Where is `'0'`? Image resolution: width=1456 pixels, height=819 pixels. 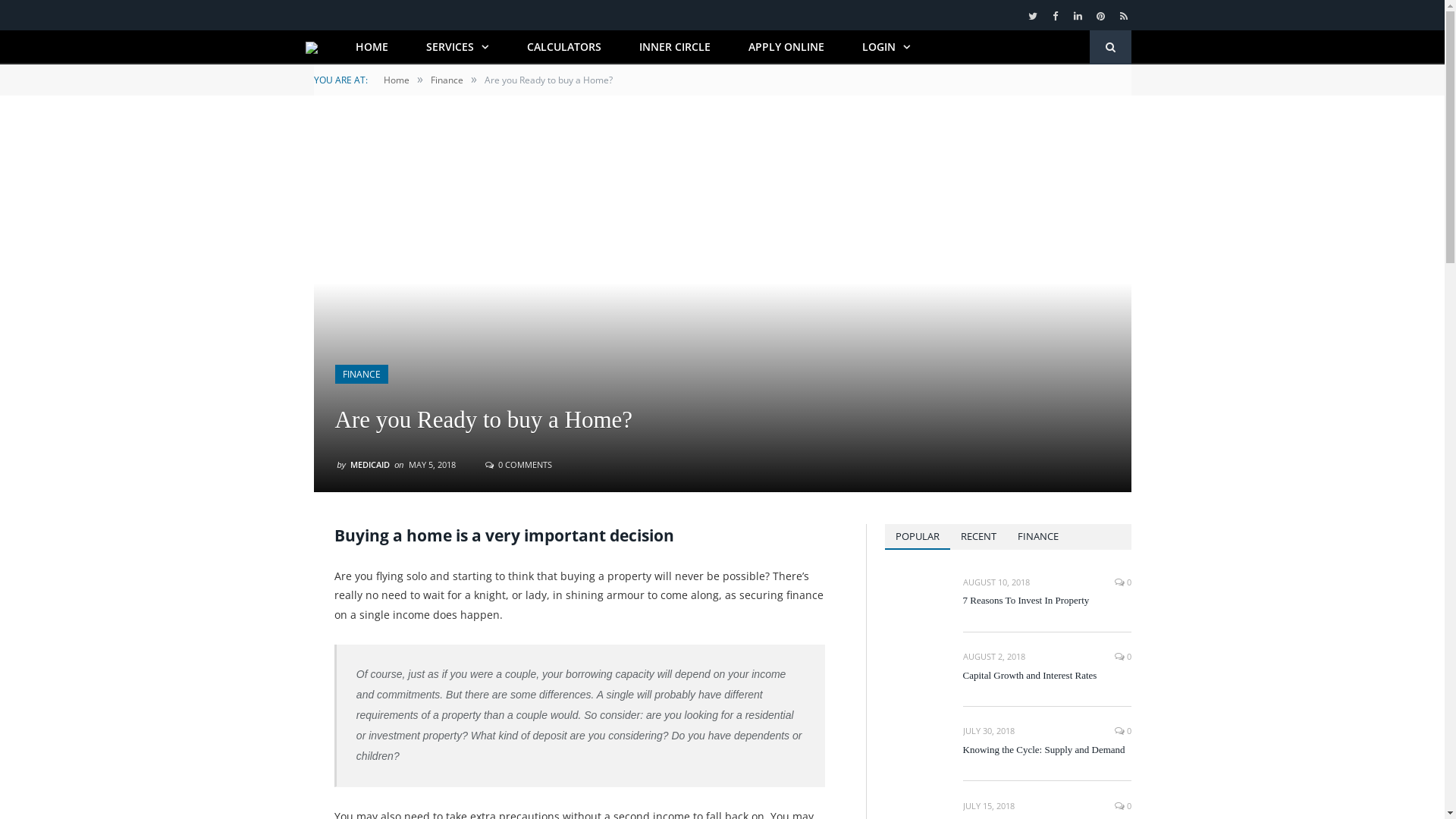 '0' is located at coordinates (1123, 805).